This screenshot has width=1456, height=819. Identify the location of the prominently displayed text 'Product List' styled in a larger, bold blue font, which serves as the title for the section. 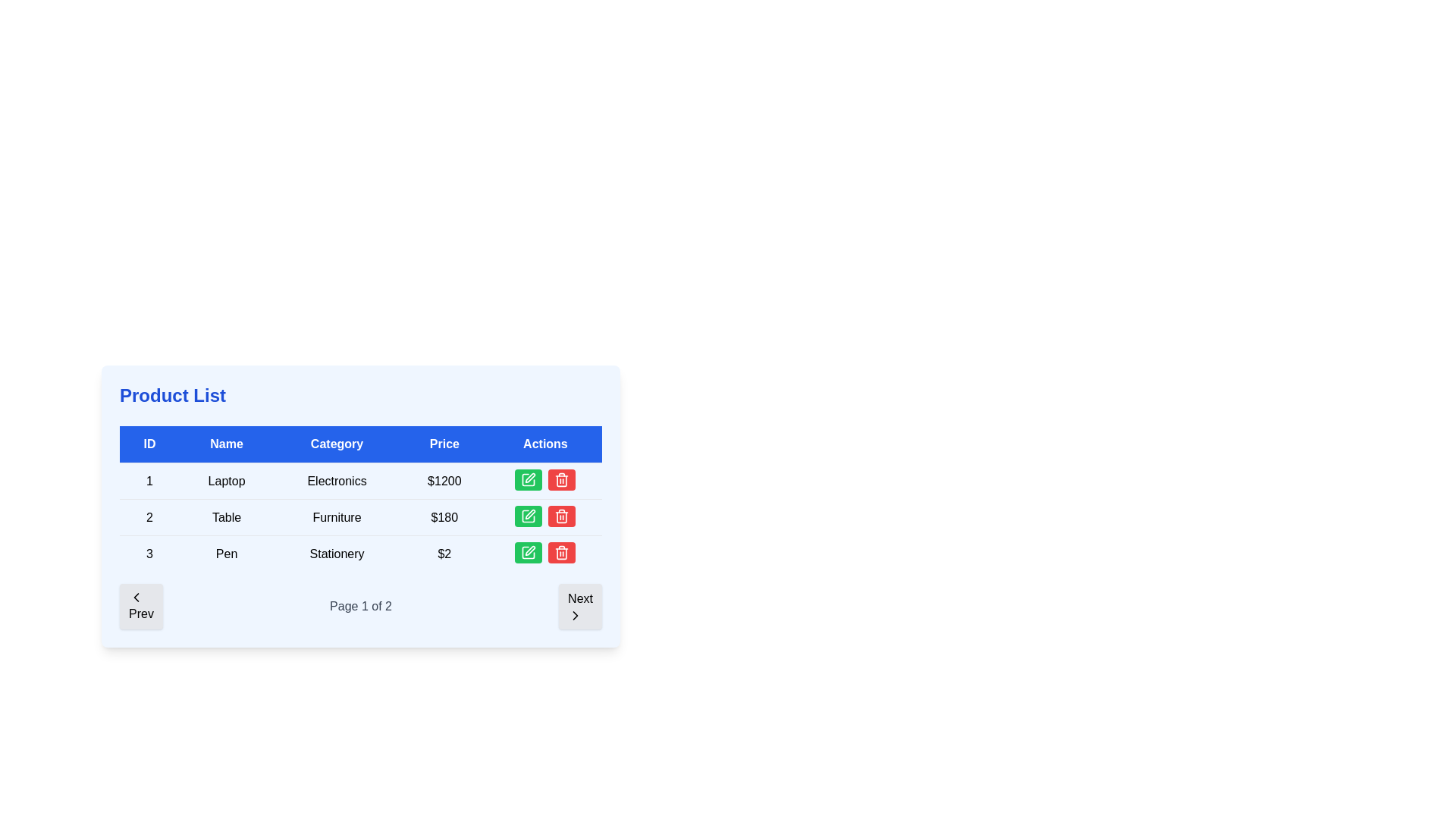
(173, 394).